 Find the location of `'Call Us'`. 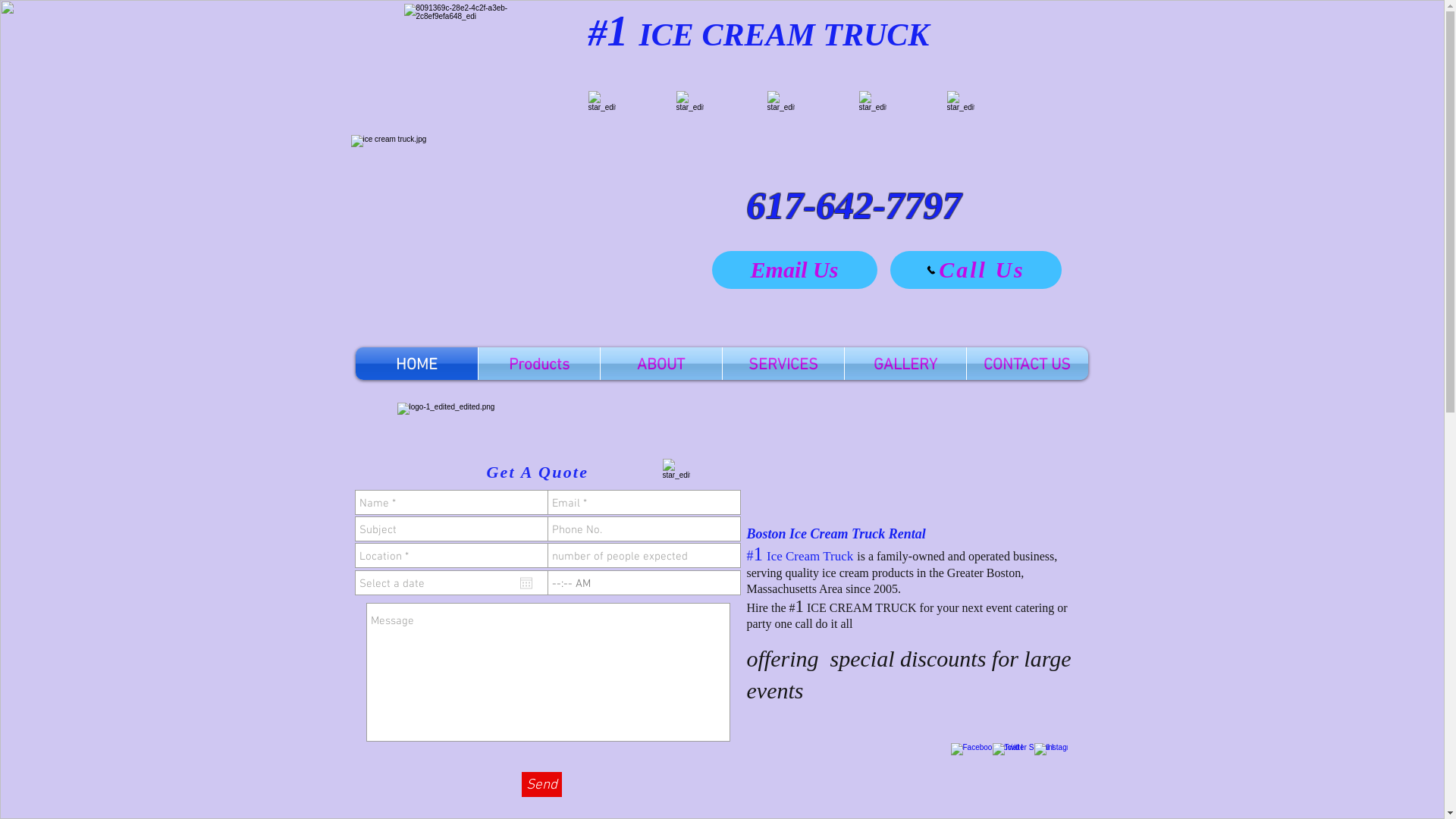

'Call Us' is located at coordinates (975, 268).